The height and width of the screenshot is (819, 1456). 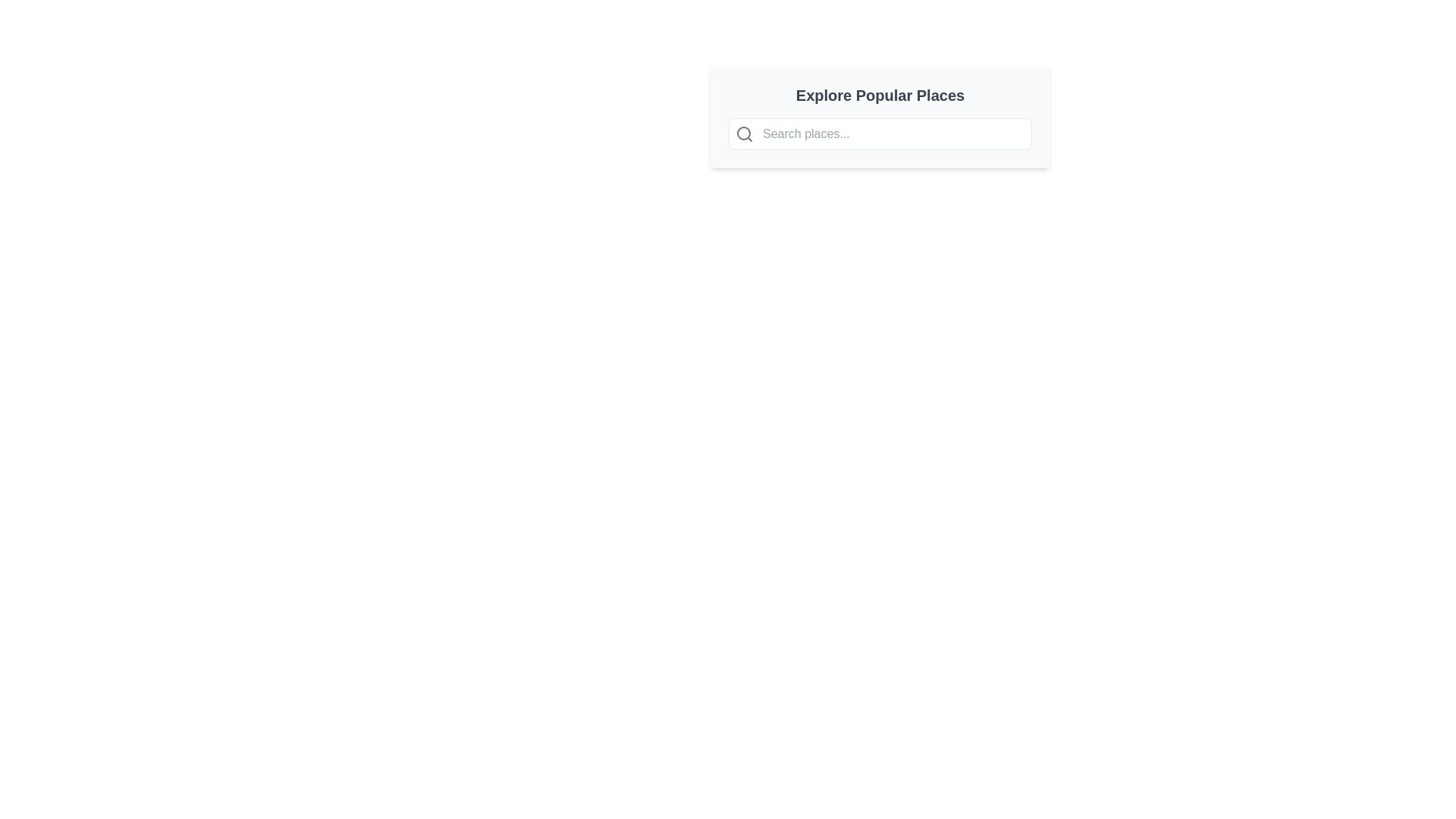 What do you see at coordinates (745, 133) in the screenshot?
I see `the search icon located inside the search bar, which is positioned on the far left side adjacent to the text input area with the placeholder 'Search places...'` at bounding box center [745, 133].